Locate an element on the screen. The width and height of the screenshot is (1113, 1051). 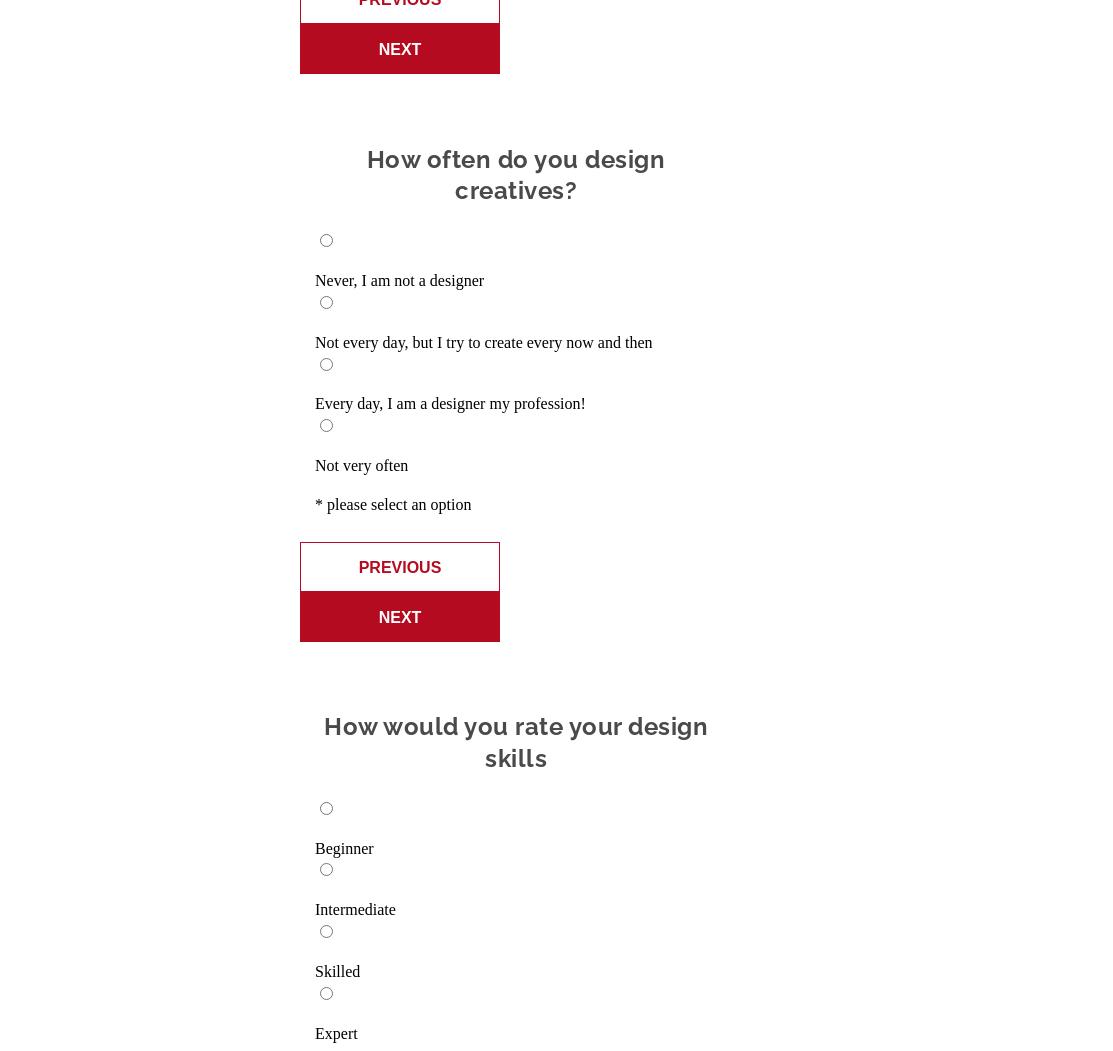
'Expert' is located at coordinates (336, 1031).